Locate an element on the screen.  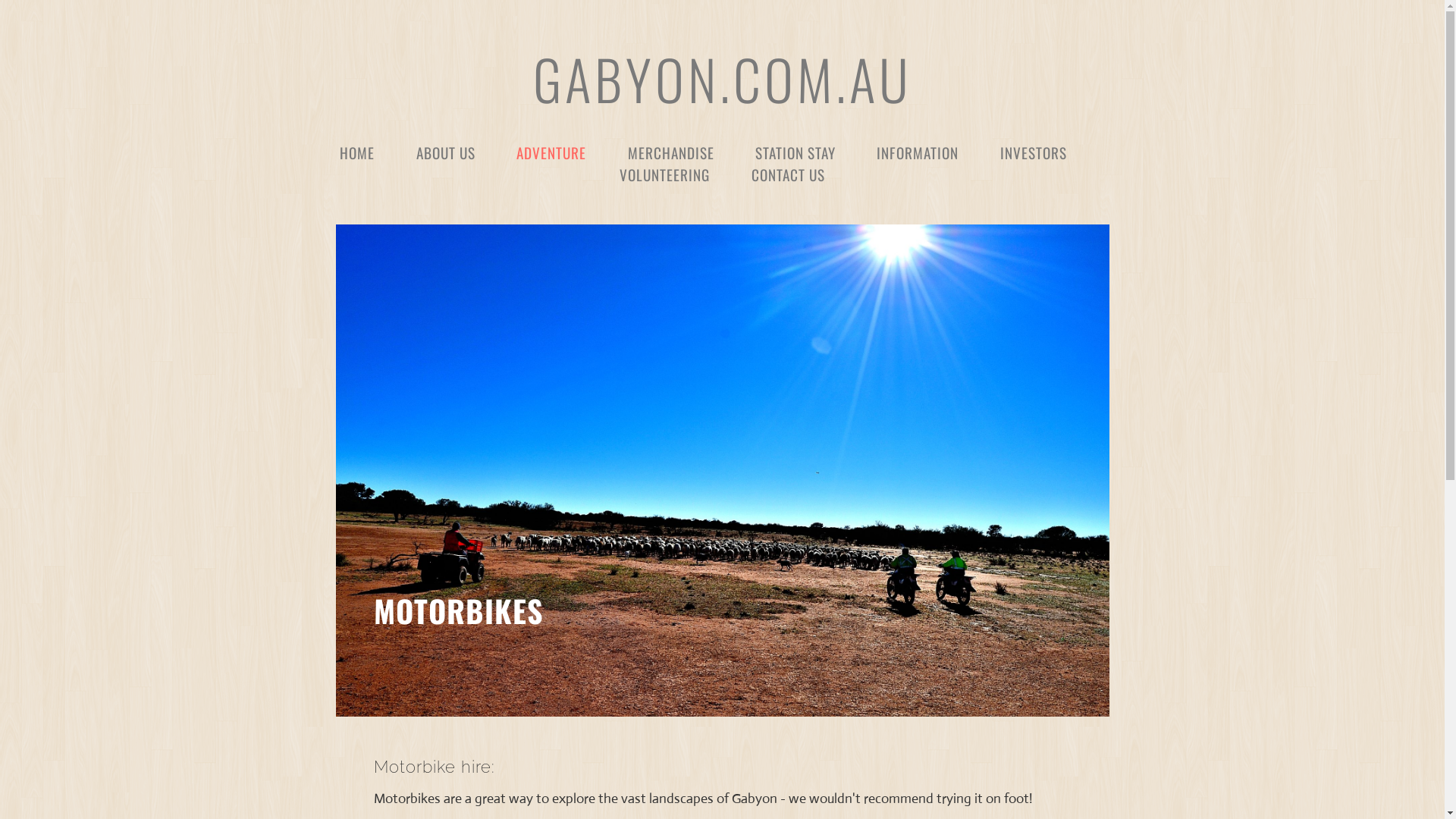
'GABYON.COM.AU' is located at coordinates (720, 78).